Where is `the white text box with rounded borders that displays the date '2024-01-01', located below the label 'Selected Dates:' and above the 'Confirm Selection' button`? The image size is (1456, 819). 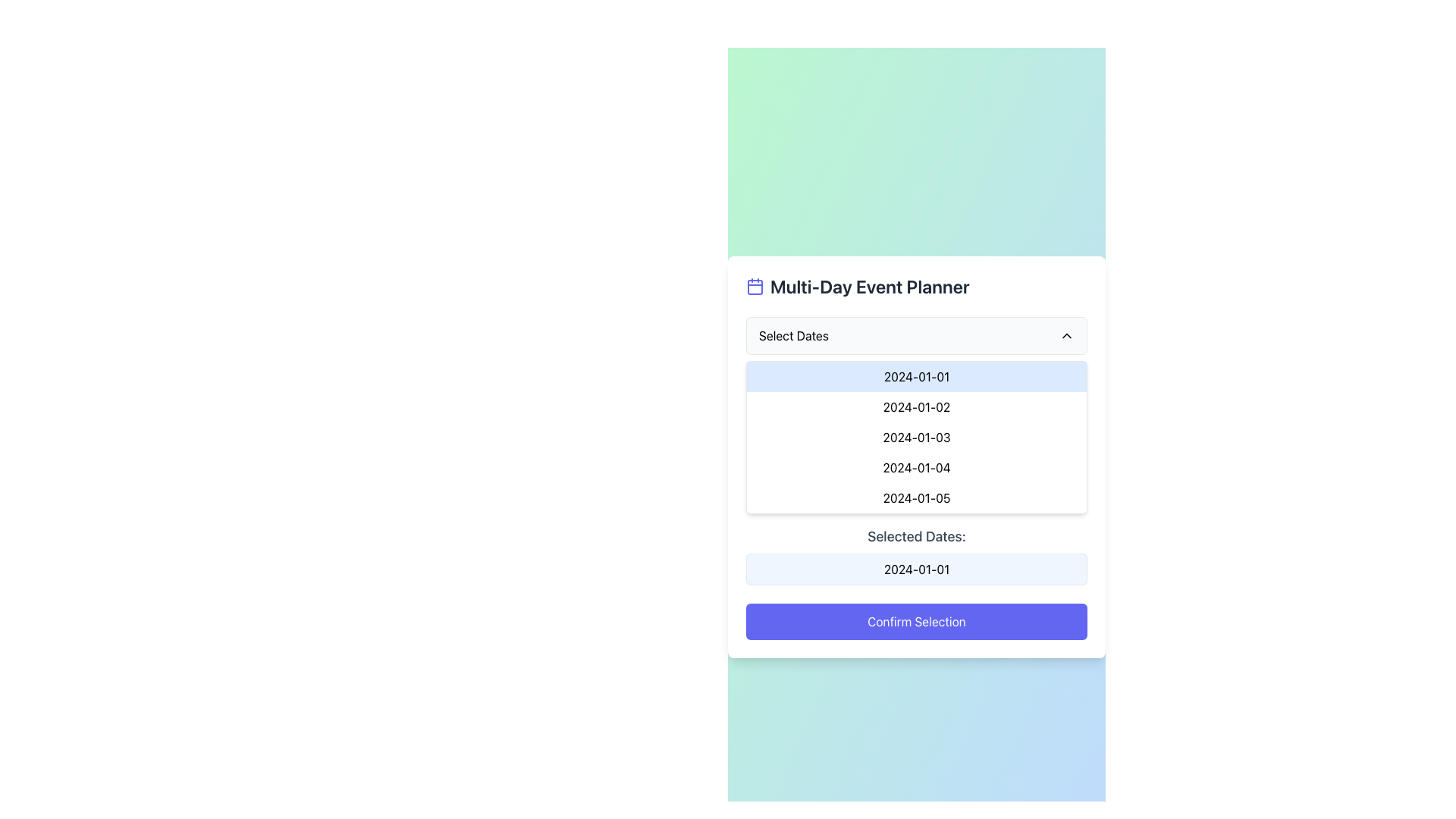
the white text box with rounded borders that displays the date '2024-01-01', located below the label 'Selected Dates:' and above the 'Confirm Selection' button is located at coordinates (916, 570).